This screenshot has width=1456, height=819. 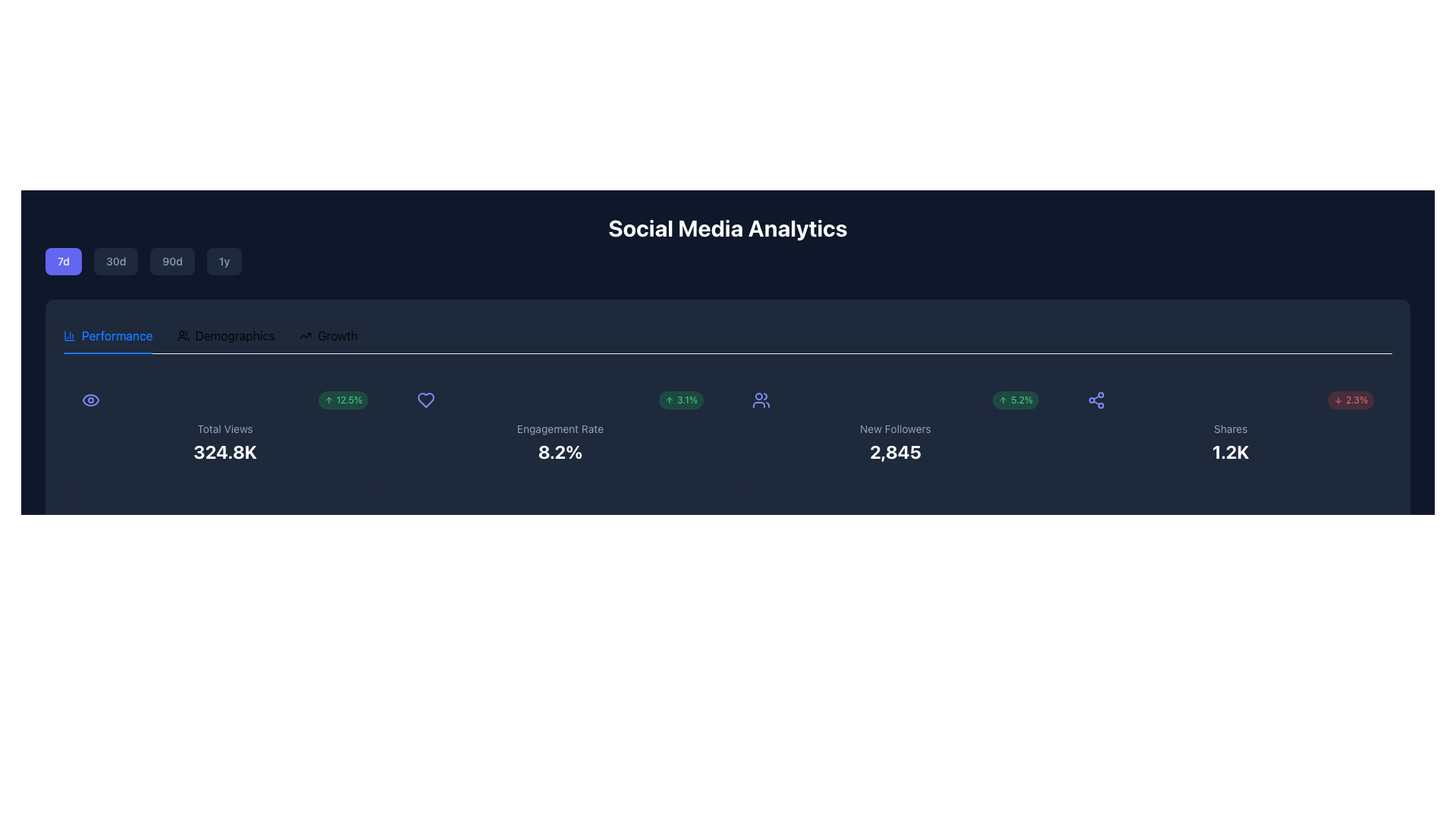 What do you see at coordinates (342, 400) in the screenshot?
I see `the Badge displaying '12.5%' with an upward arrow icon, located beneath the 'Total Views' text` at bounding box center [342, 400].